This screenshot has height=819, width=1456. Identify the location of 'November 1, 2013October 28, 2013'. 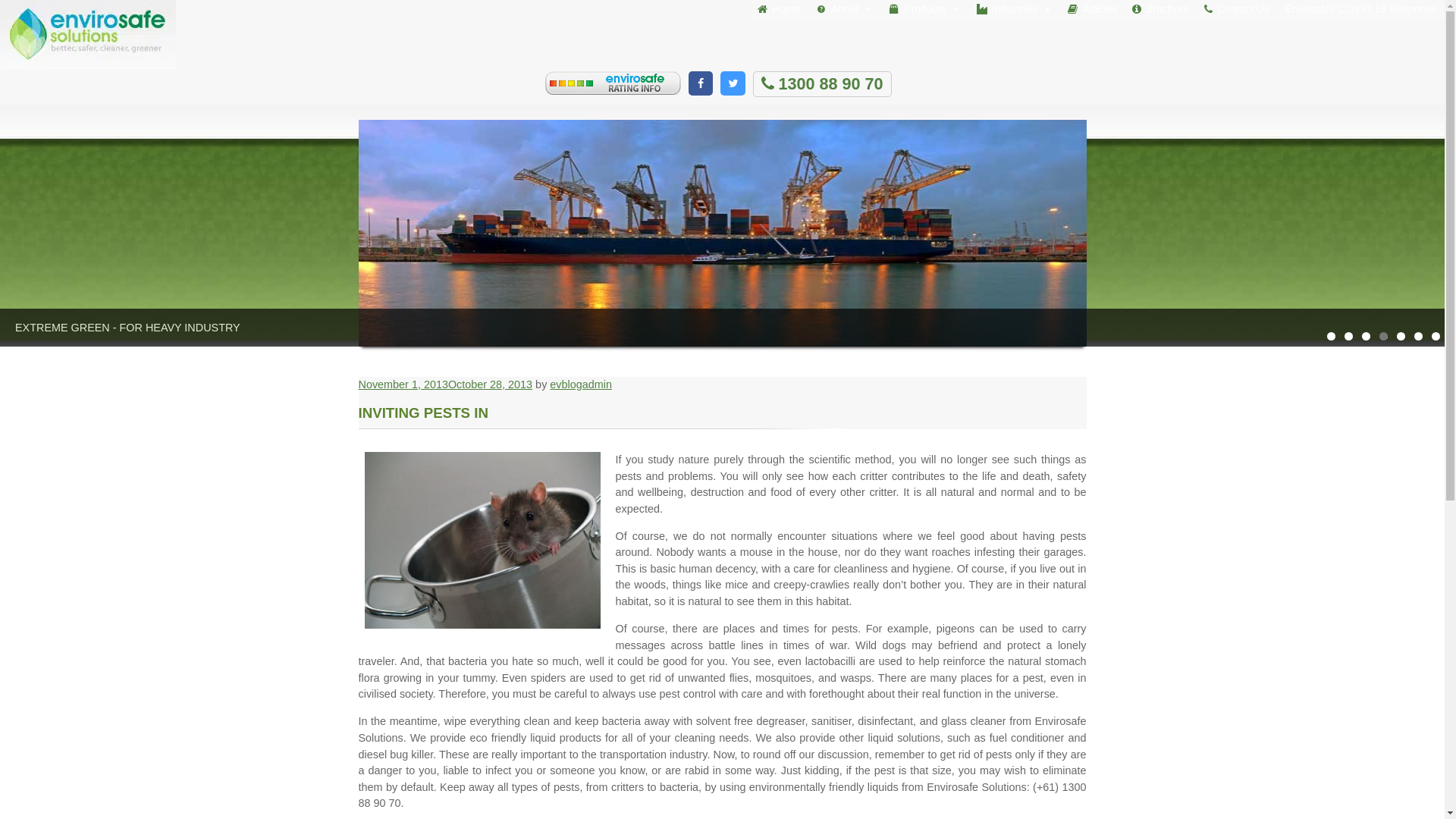
(444, 383).